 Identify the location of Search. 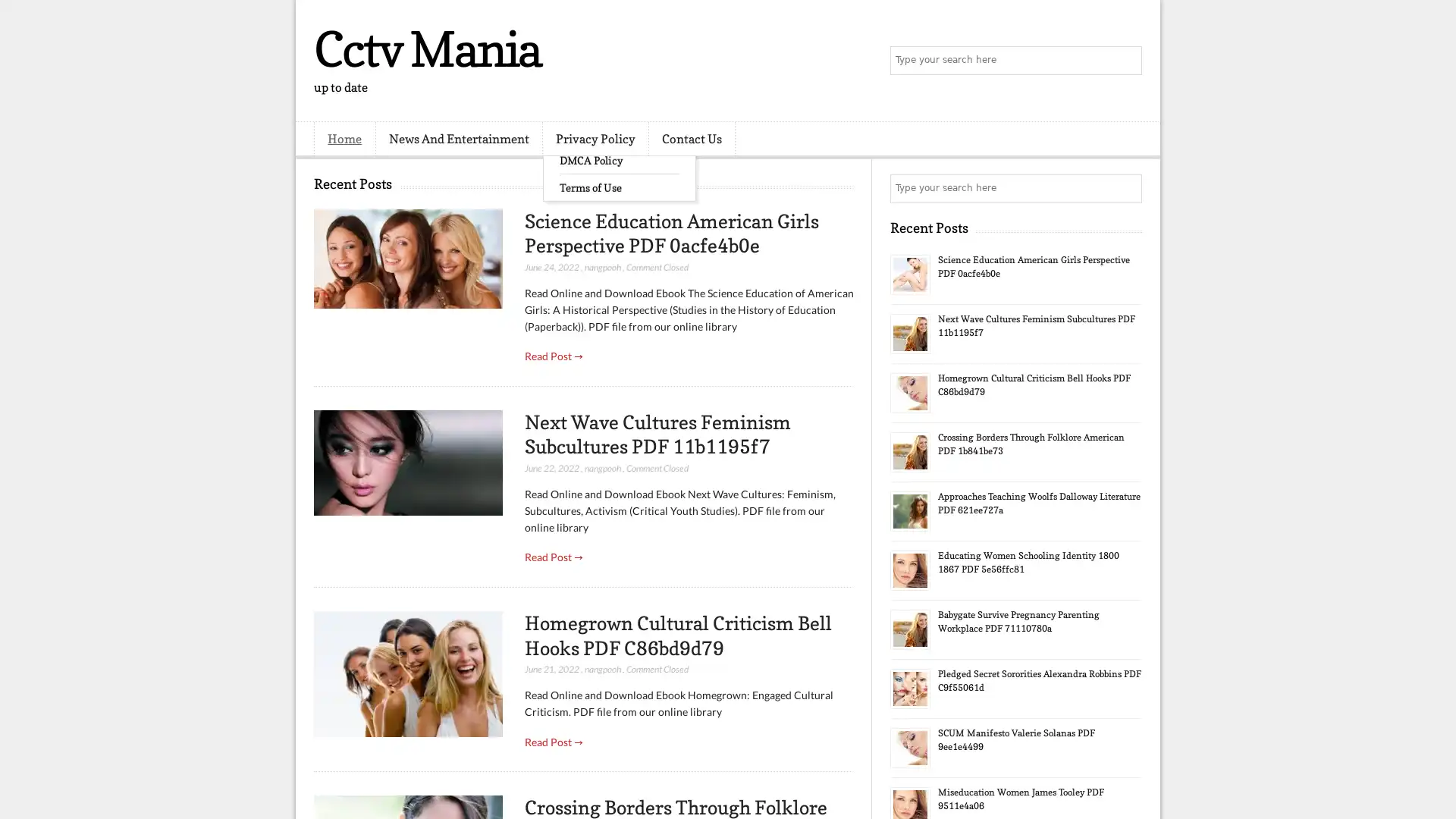
(1126, 188).